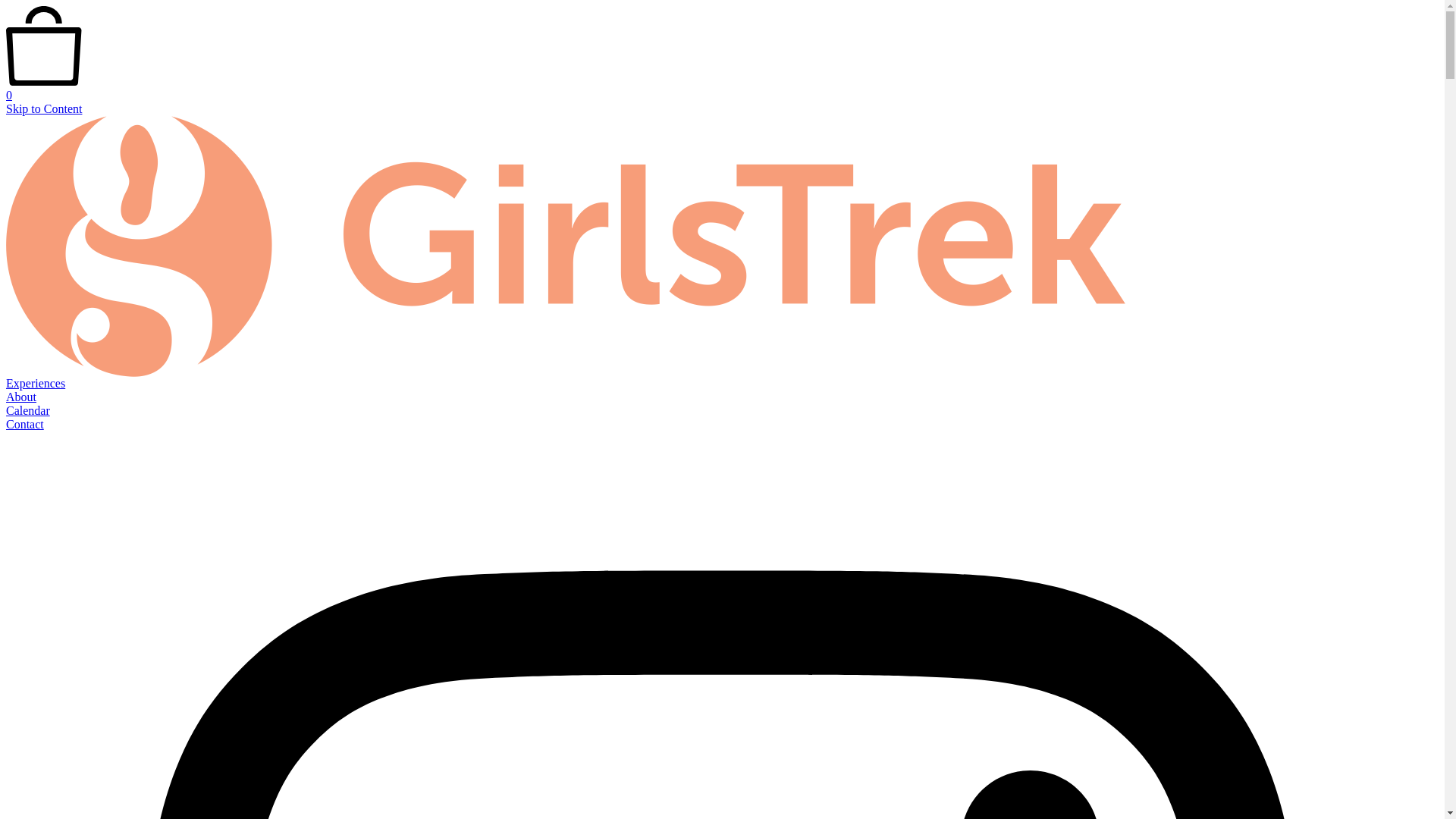  I want to click on 'Experiences', so click(6, 382).